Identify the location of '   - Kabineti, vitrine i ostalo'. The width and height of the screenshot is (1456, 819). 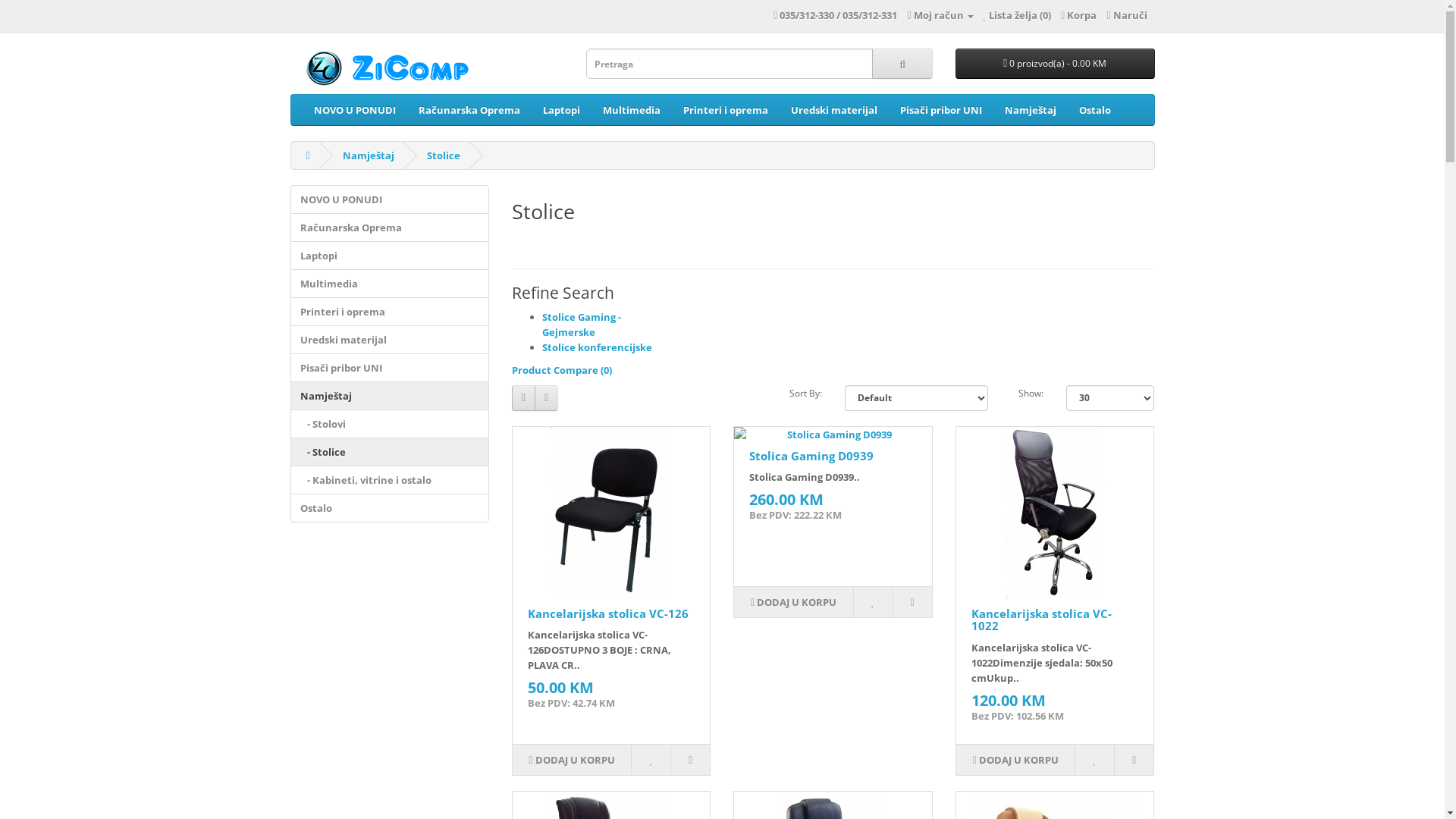
(290, 479).